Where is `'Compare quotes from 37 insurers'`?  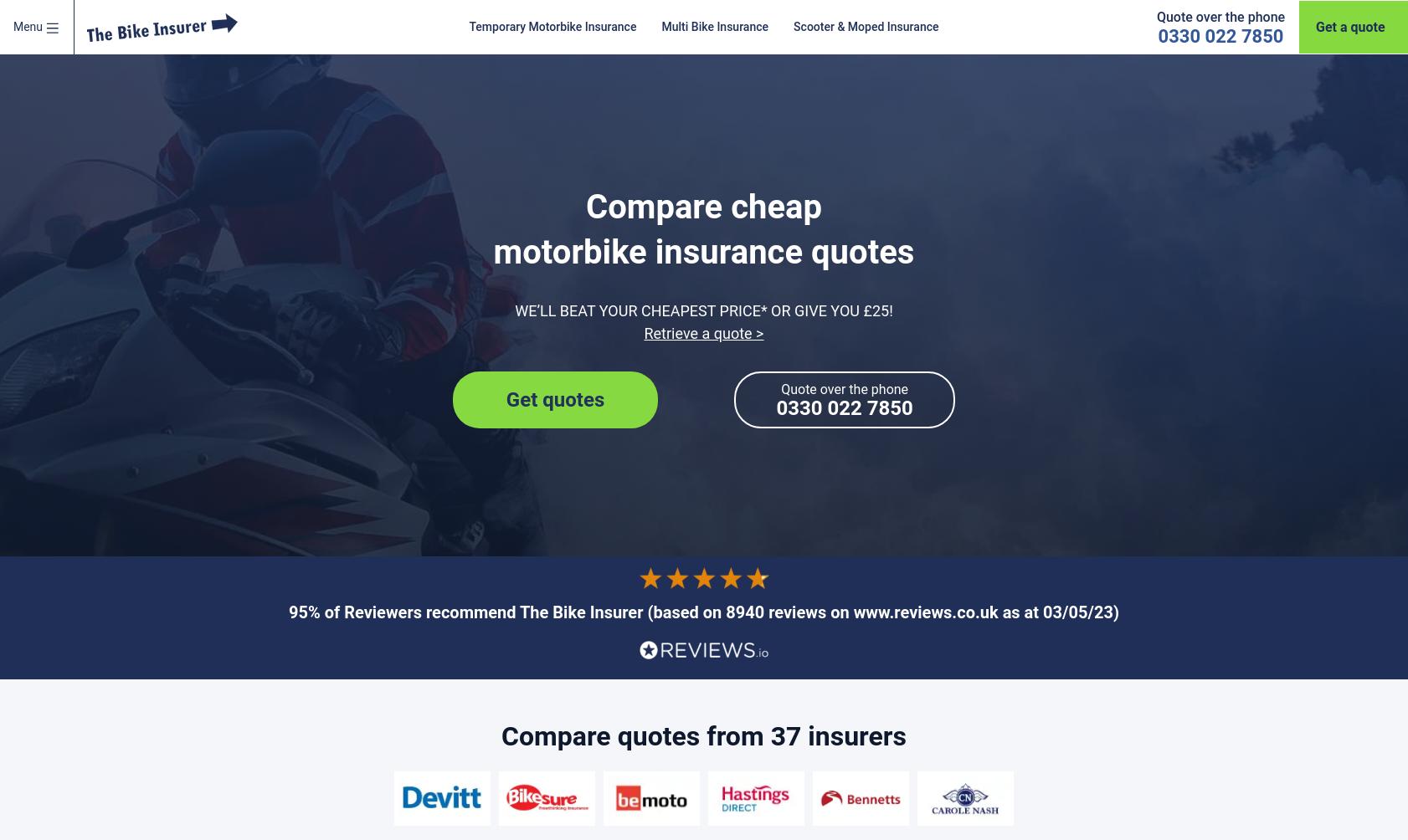
'Compare quotes from 37 insurers' is located at coordinates (501, 735).